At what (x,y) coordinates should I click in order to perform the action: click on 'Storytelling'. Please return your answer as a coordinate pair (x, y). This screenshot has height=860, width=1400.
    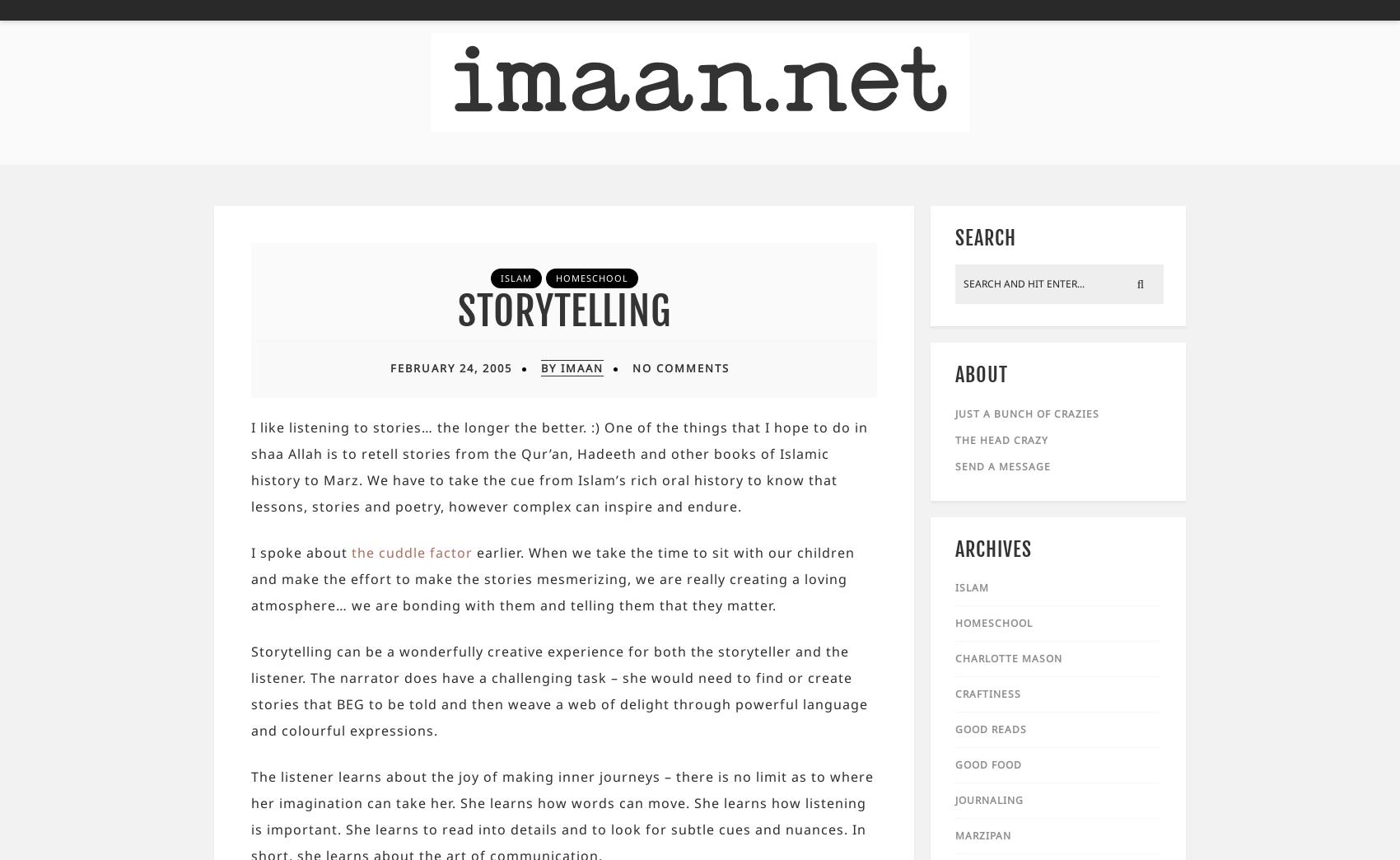
    Looking at the image, I should click on (563, 311).